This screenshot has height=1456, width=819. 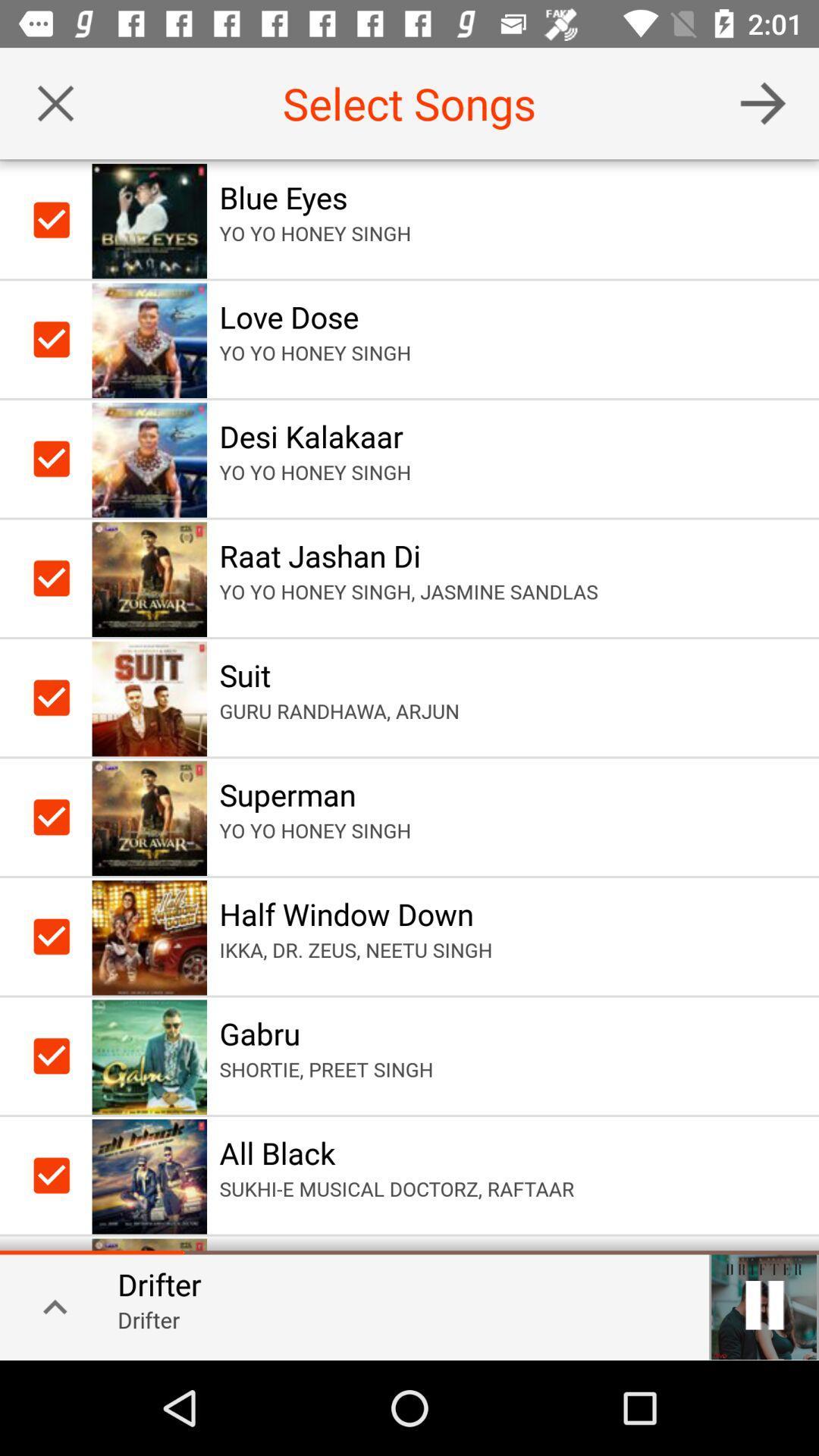 What do you see at coordinates (764, 1304) in the screenshot?
I see `the video` at bounding box center [764, 1304].